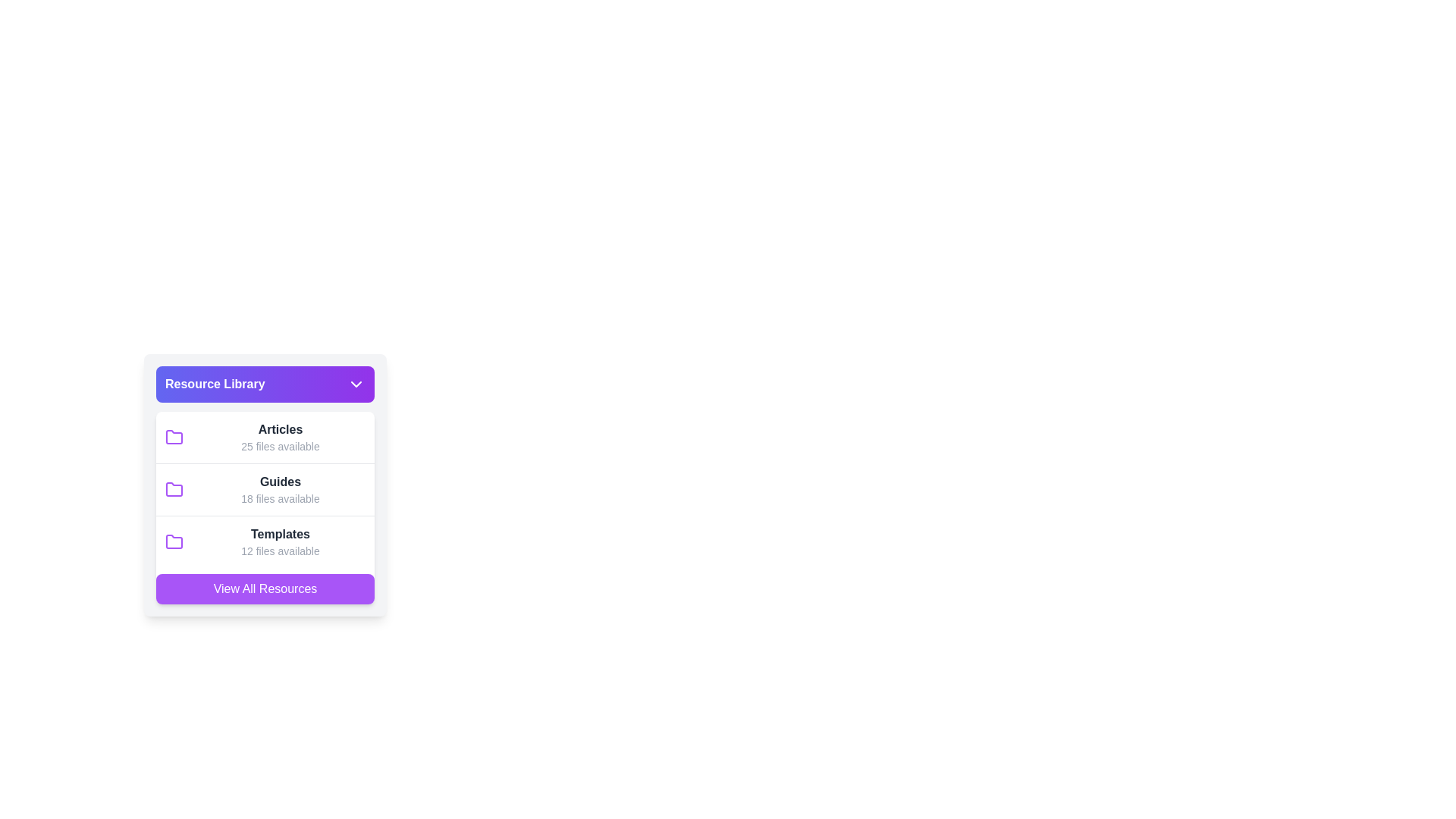 The image size is (1456, 819). What do you see at coordinates (214, 383) in the screenshot?
I see `the bold text label reading 'Resource Library', which is styled in white font on a gradient purple and indigo background and is located in the header bar` at bounding box center [214, 383].